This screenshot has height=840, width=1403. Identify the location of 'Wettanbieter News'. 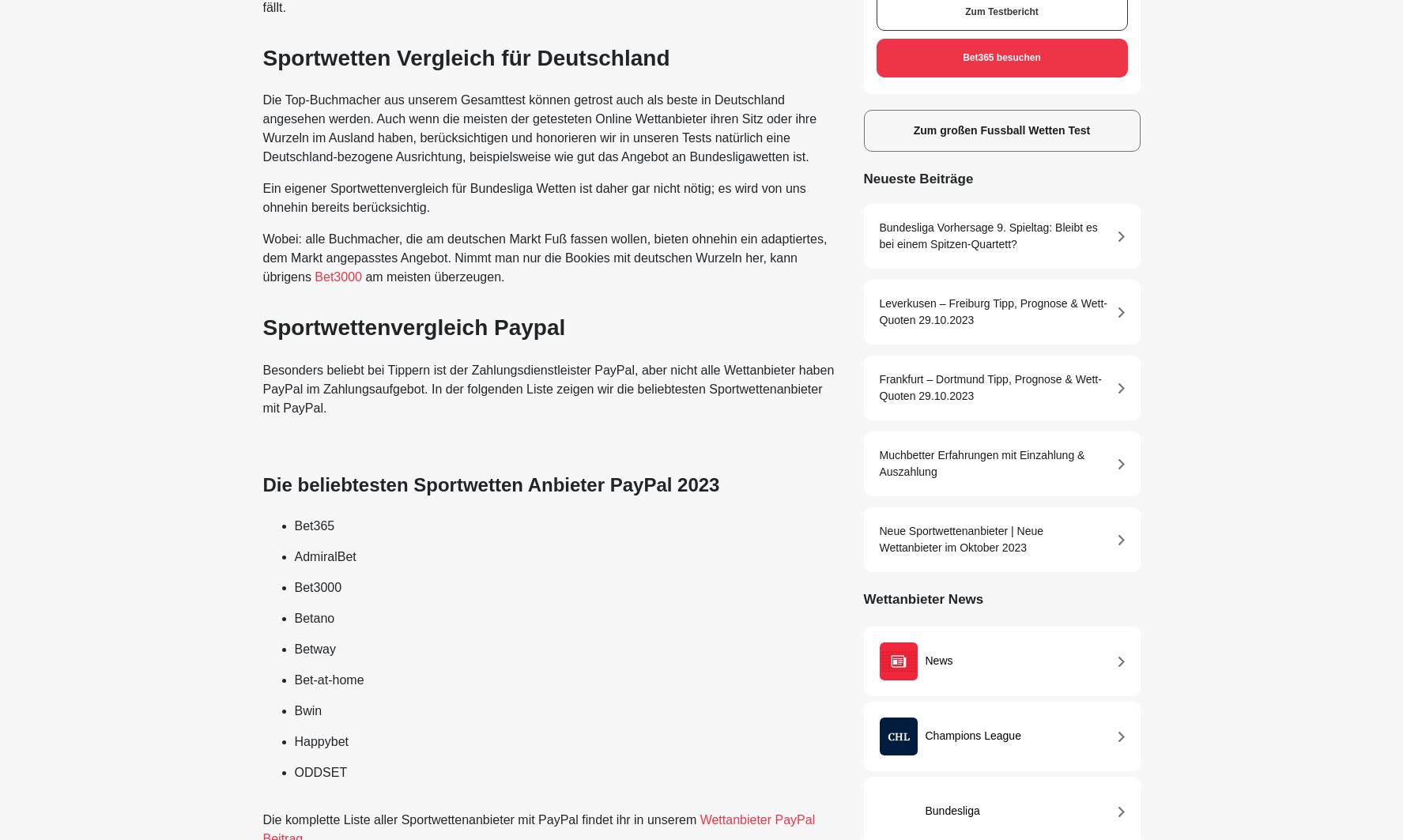
(922, 597).